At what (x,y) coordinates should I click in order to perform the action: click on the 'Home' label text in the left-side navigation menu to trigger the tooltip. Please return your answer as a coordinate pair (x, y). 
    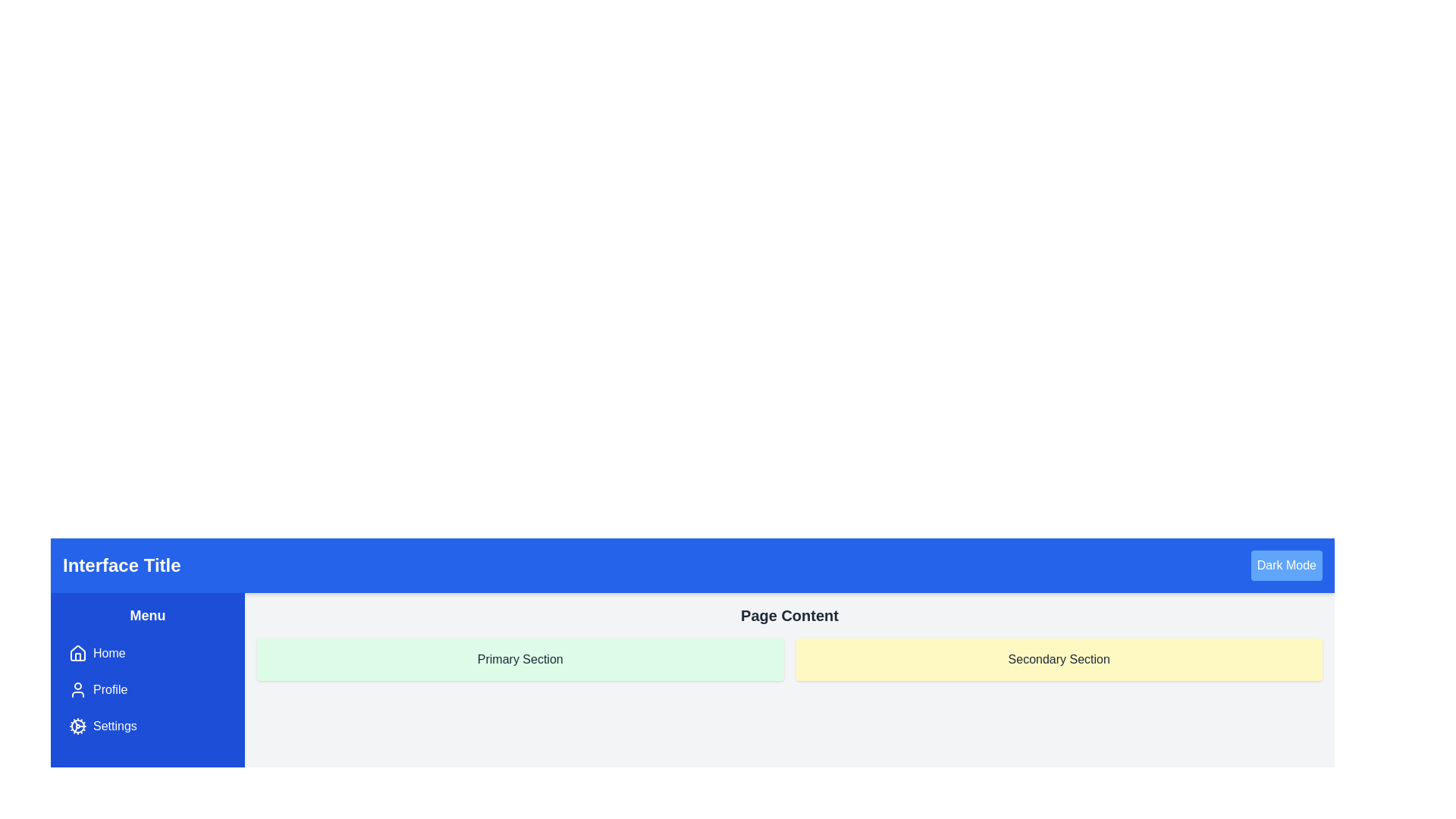
    Looking at the image, I should click on (108, 652).